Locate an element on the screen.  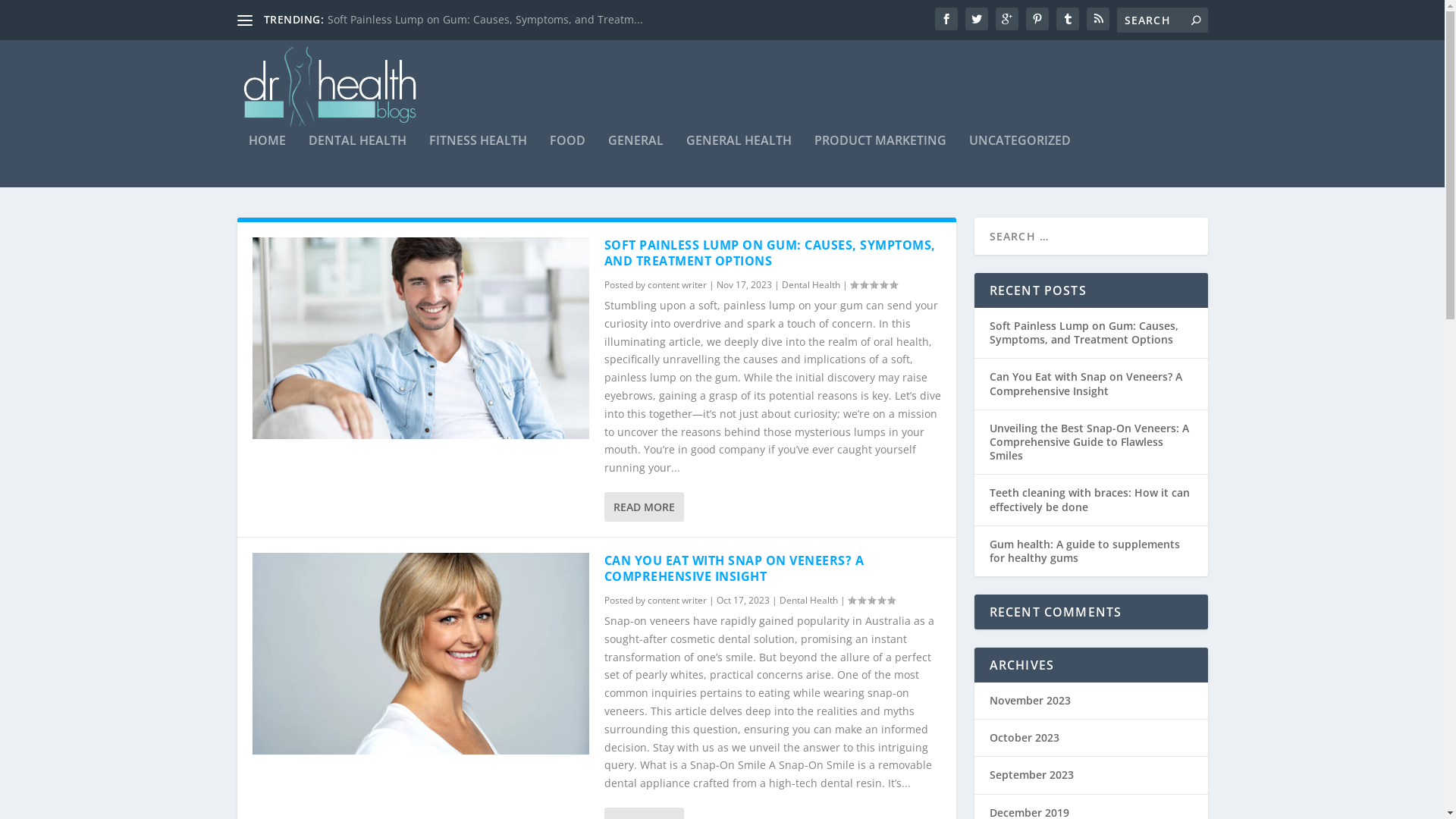
'HOME' is located at coordinates (267, 161).